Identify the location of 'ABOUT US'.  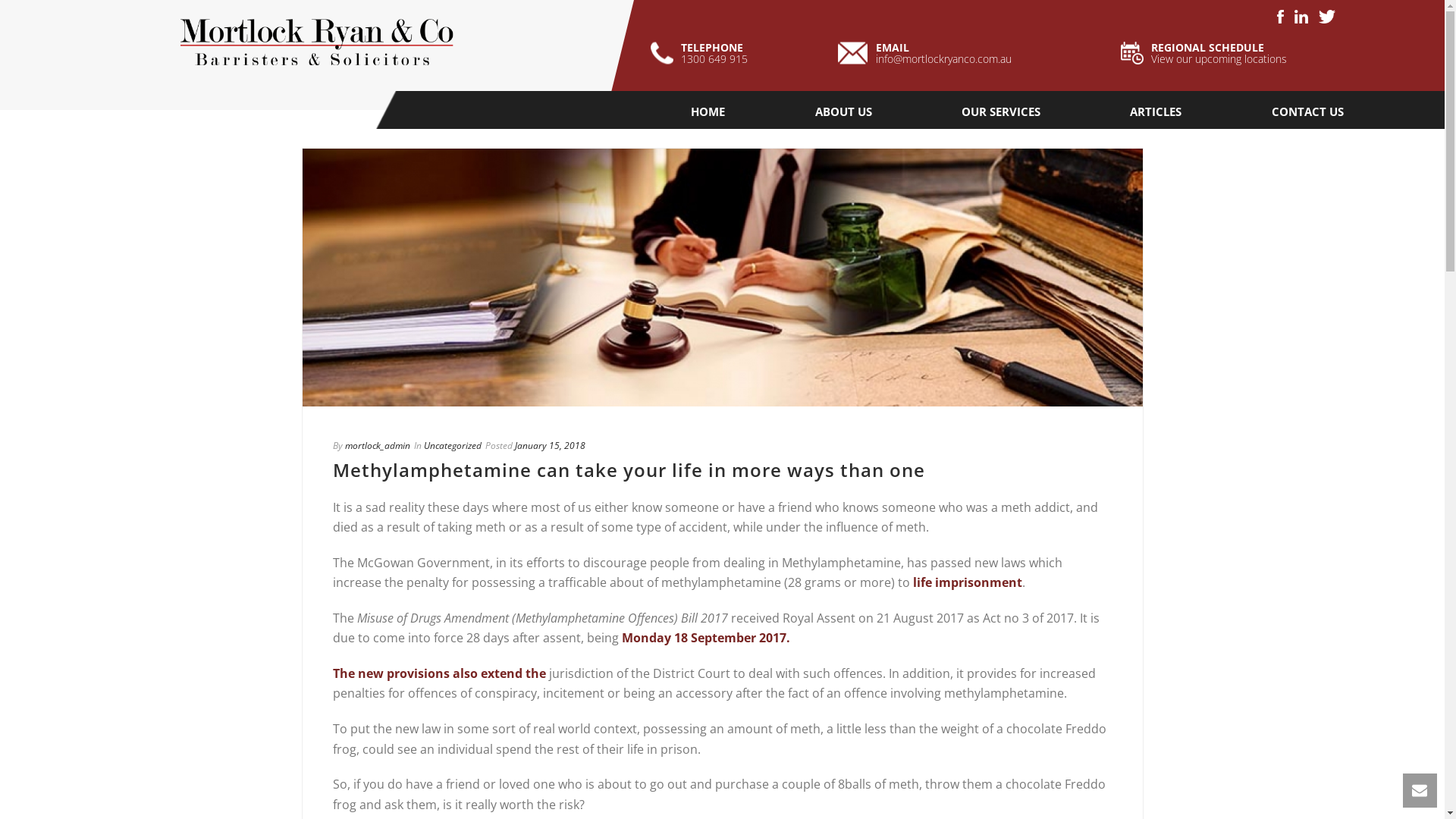
(843, 110).